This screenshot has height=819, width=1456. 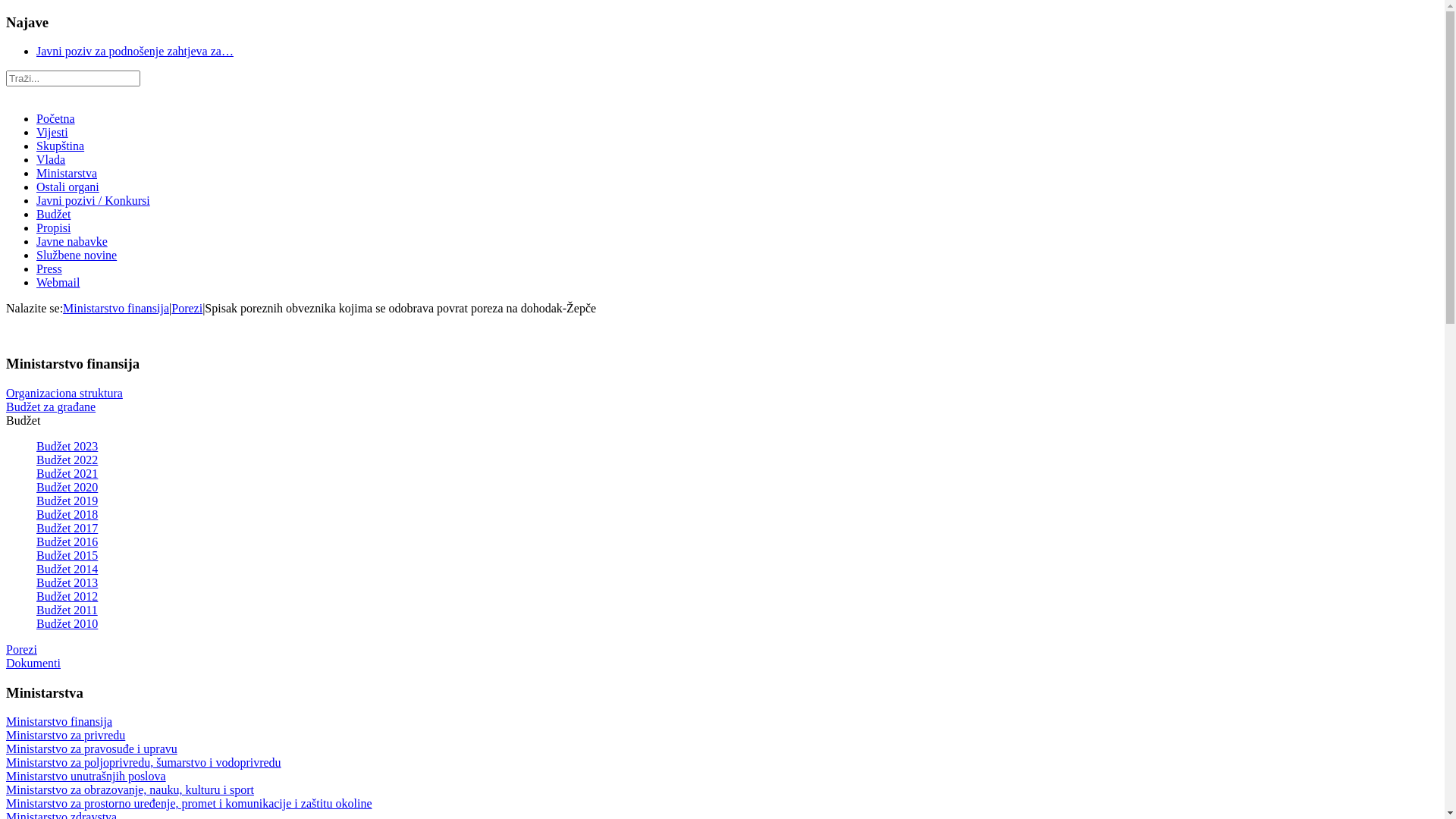 What do you see at coordinates (64, 392) in the screenshot?
I see `'Organizaciona struktura'` at bounding box center [64, 392].